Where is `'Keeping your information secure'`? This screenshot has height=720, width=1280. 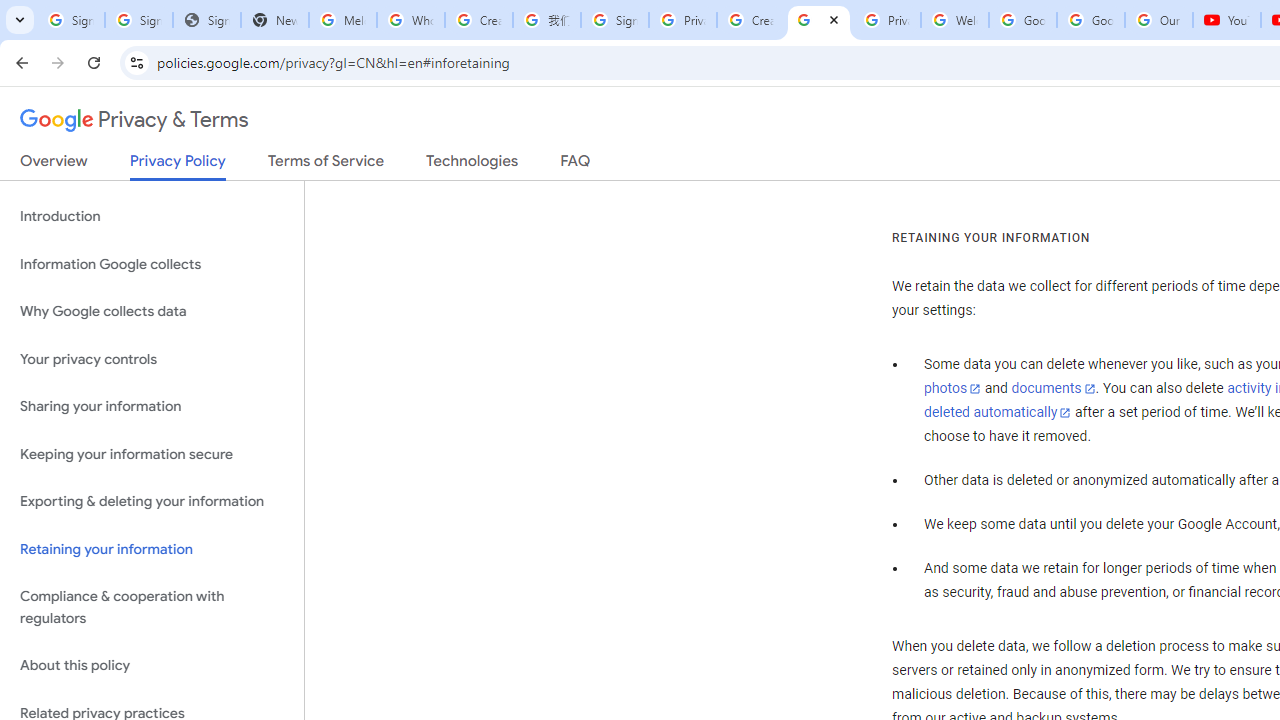 'Keeping your information secure' is located at coordinates (151, 454).